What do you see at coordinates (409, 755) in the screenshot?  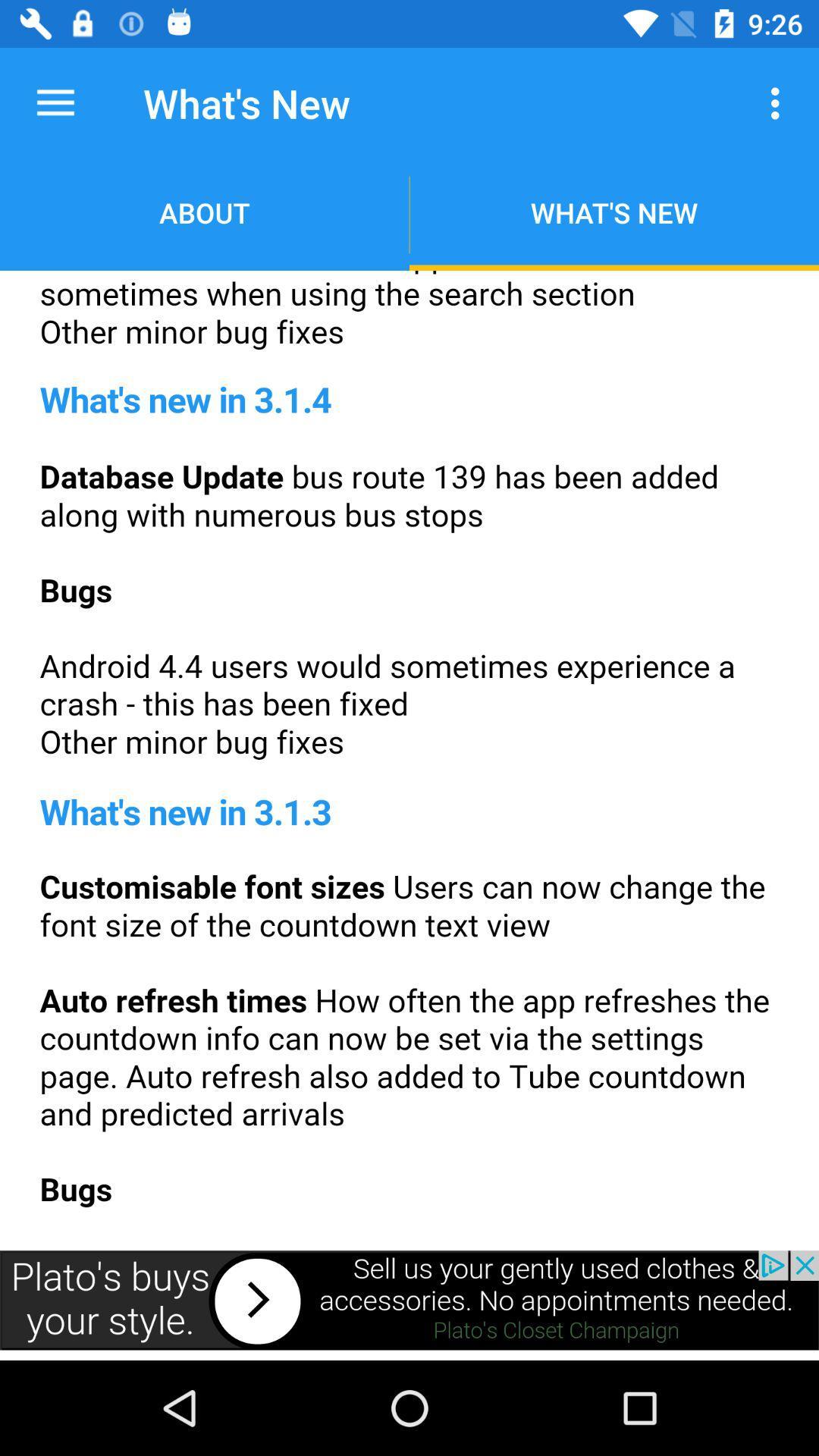 I see `scroll through text` at bounding box center [409, 755].